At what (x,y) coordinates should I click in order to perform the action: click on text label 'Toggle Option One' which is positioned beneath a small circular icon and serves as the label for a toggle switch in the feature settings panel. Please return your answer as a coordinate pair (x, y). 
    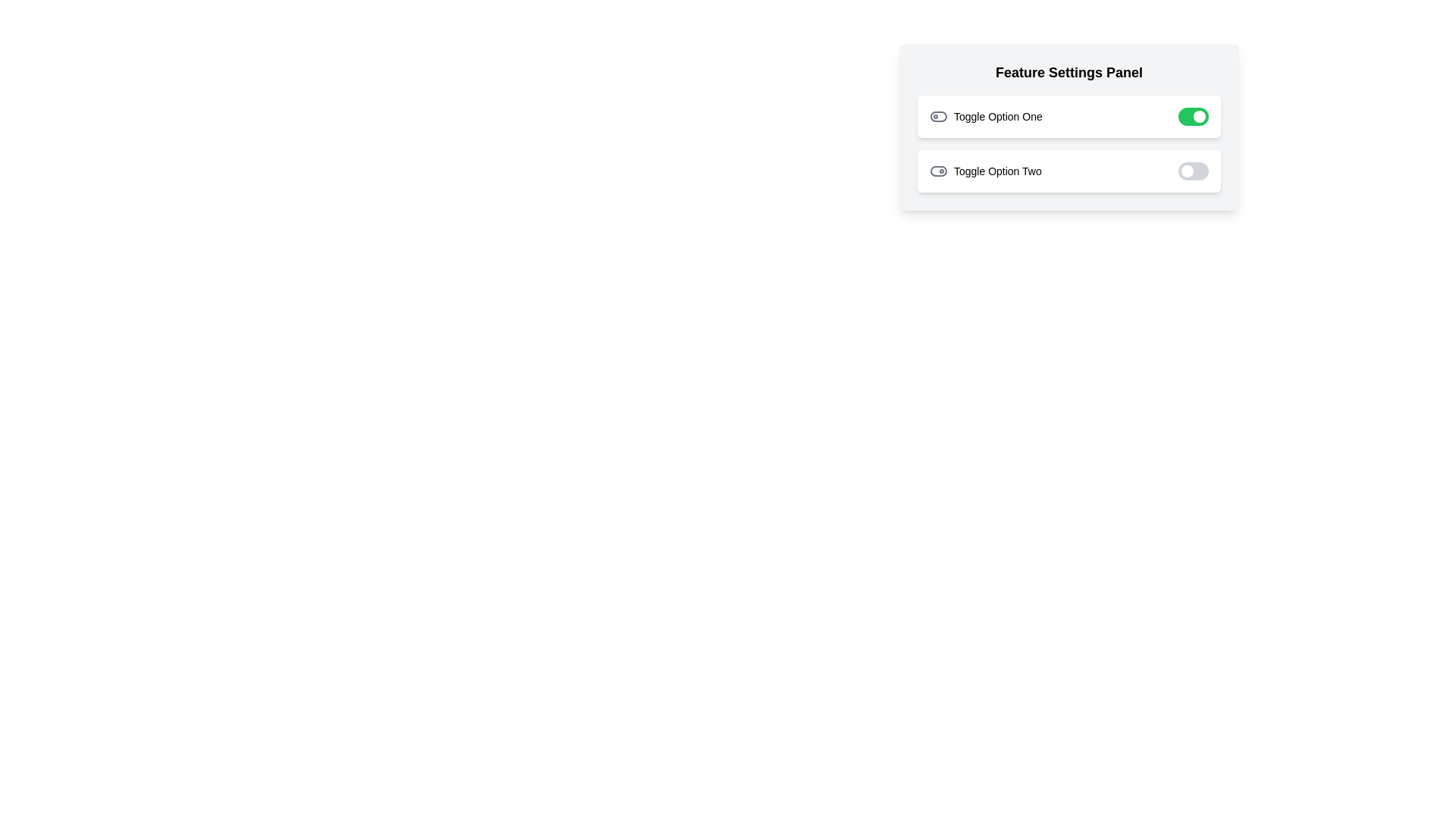
    Looking at the image, I should click on (998, 116).